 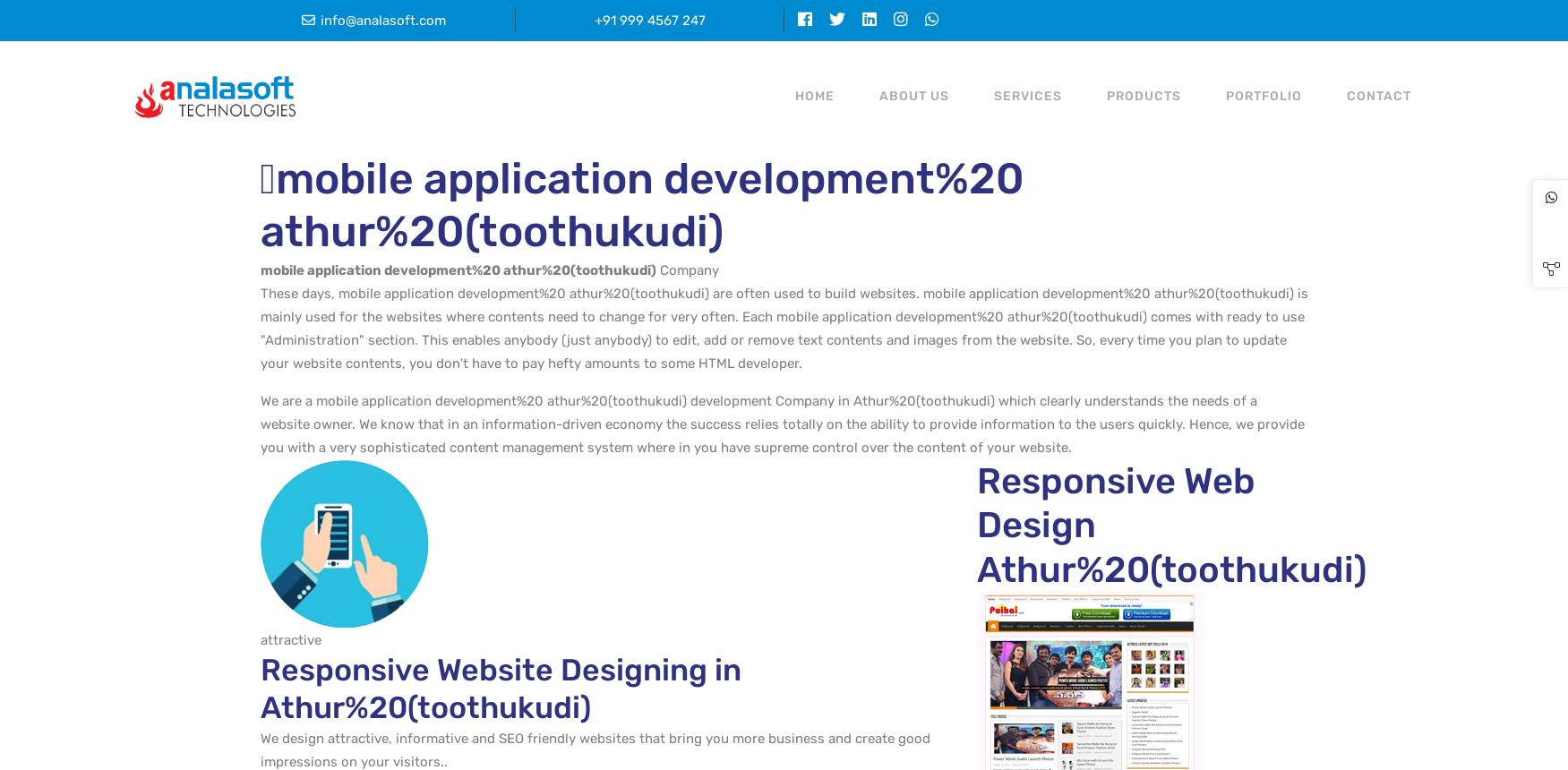 What do you see at coordinates (1379, 95) in the screenshot?
I see `'CONTACT'` at bounding box center [1379, 95].